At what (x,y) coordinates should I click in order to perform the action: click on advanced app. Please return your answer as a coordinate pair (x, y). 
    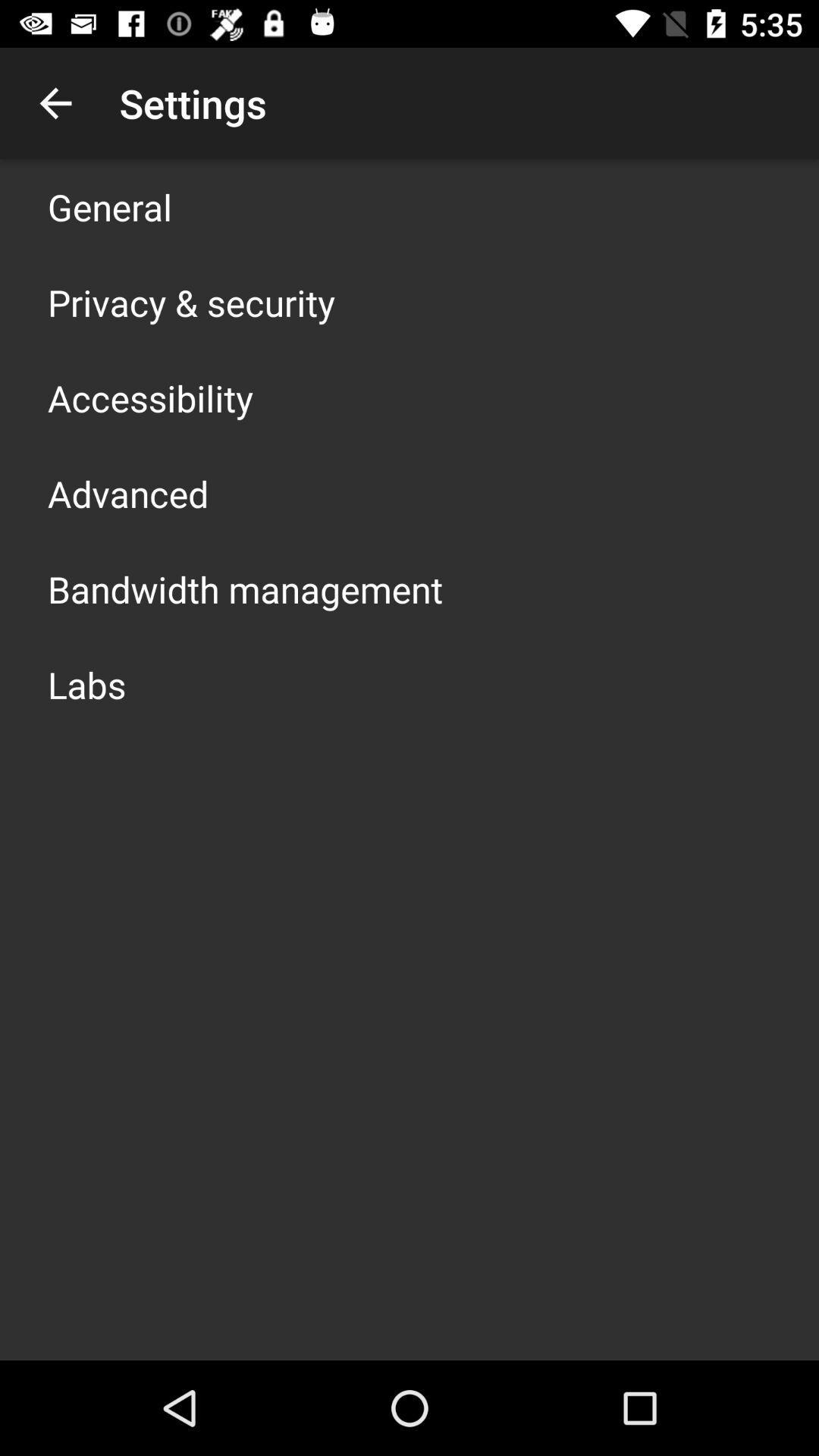
    Looking at the image, I should click on (127, 494).